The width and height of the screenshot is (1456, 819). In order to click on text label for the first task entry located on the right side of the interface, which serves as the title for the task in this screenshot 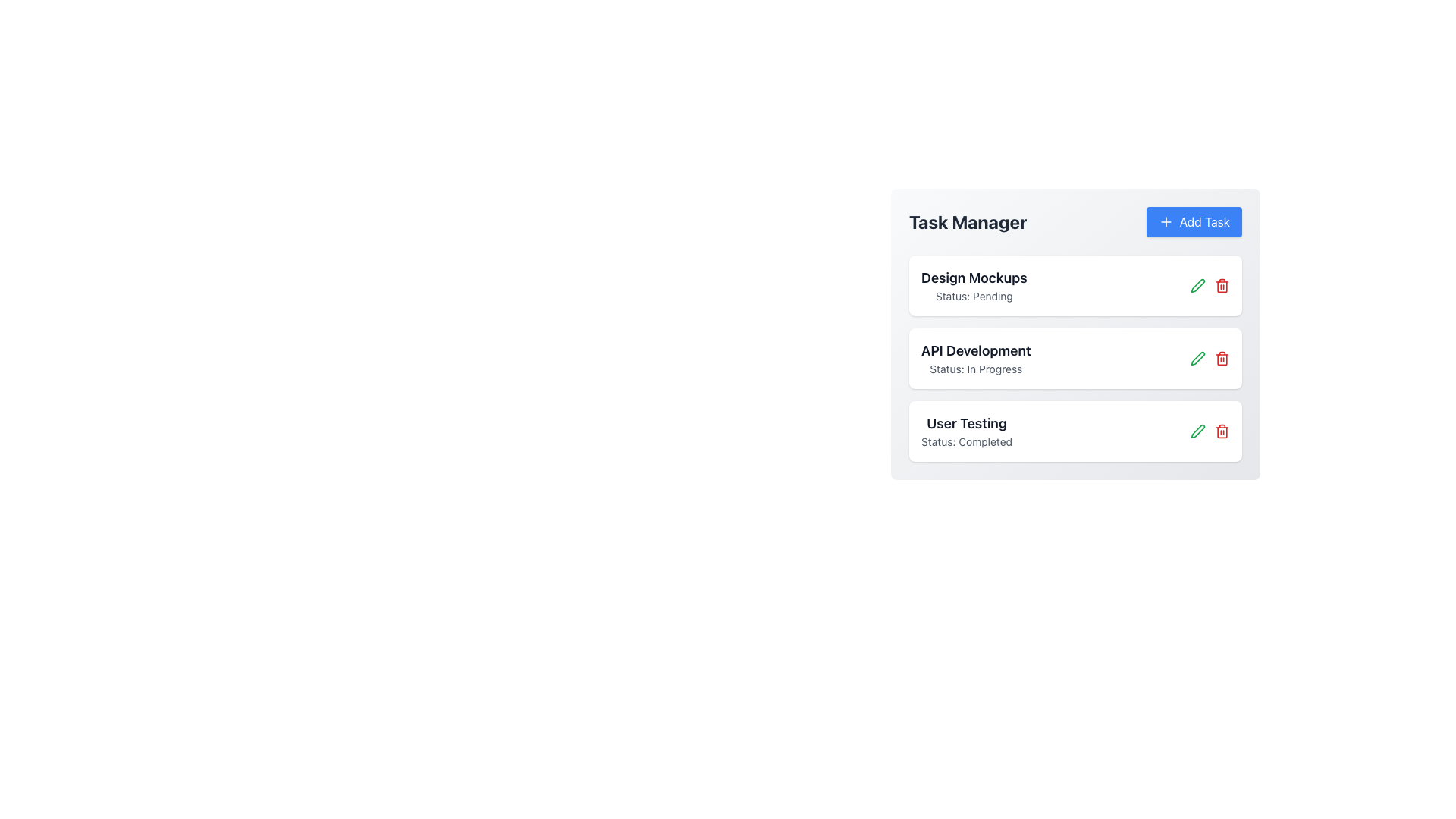, I will do `click(974, 278)`.